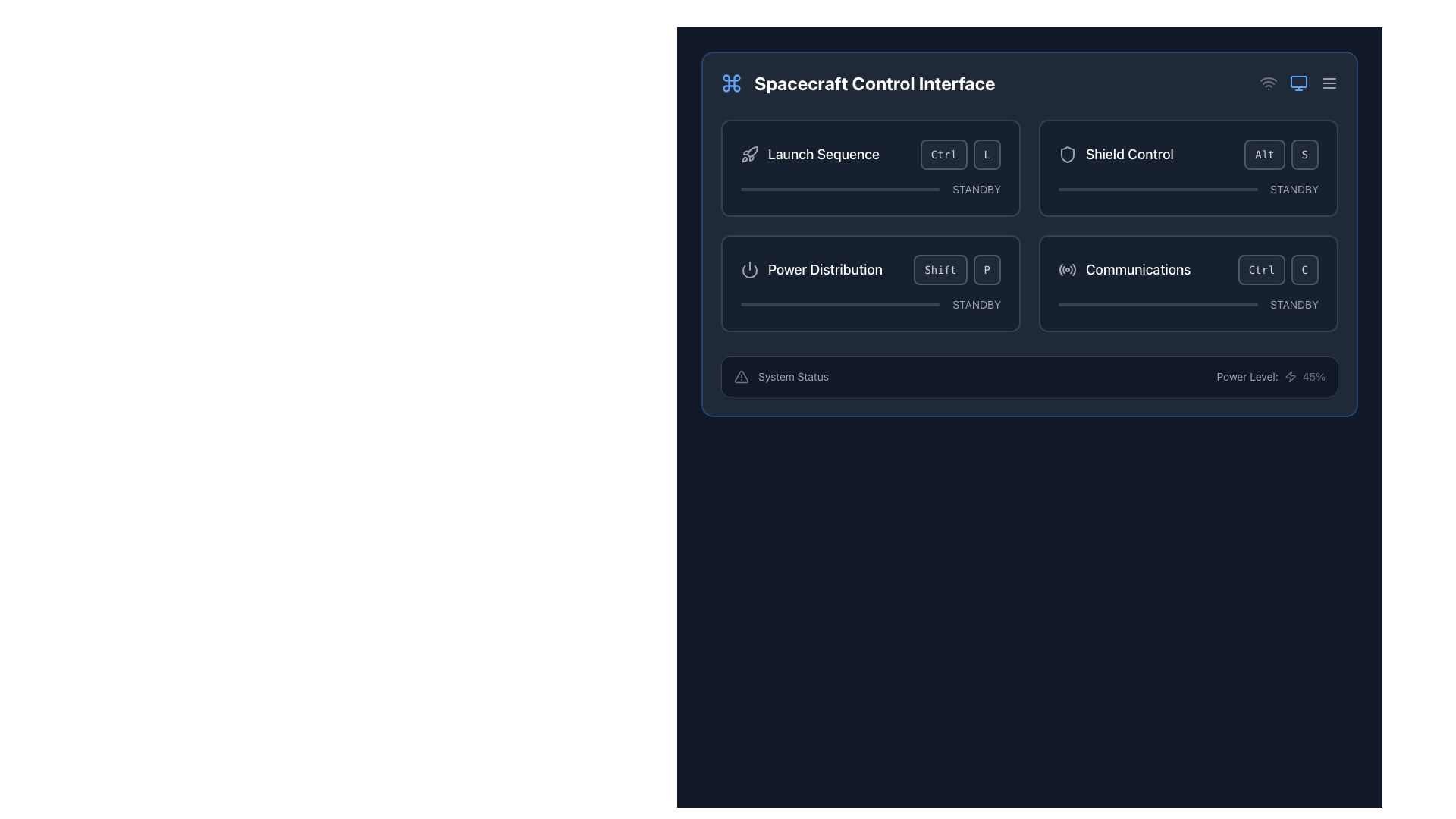  Describe the element at coordinates (874, 83) in the screenshot. I see `the static text reading 'Spacecraft Control Interface', which is prominently displayed in white bold text on a dark background near the top center of the interface` at that location.